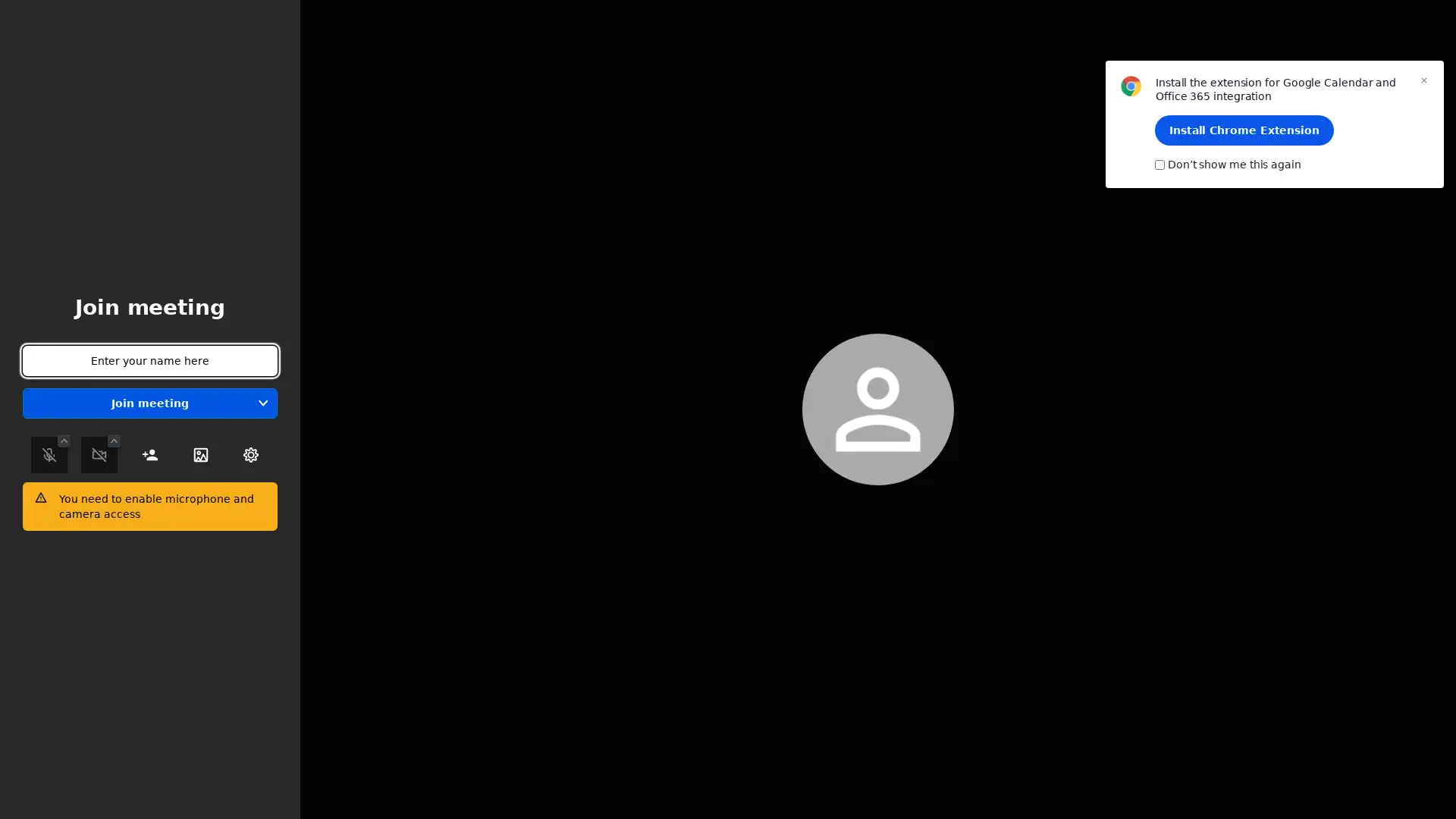  I want to click on Select Background, so click(199, 454).